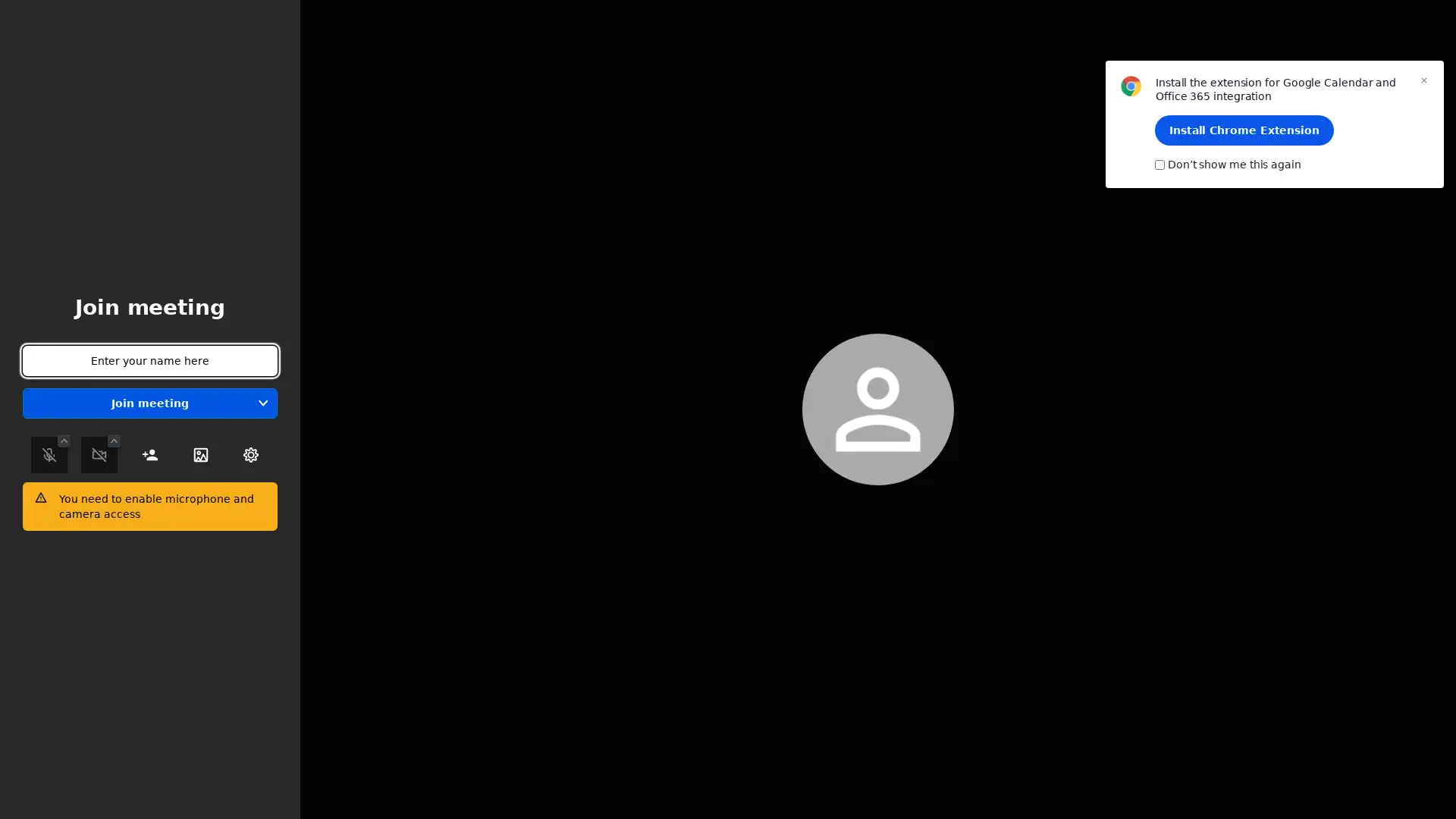  I want to click on Select Background, so click(199, 454).